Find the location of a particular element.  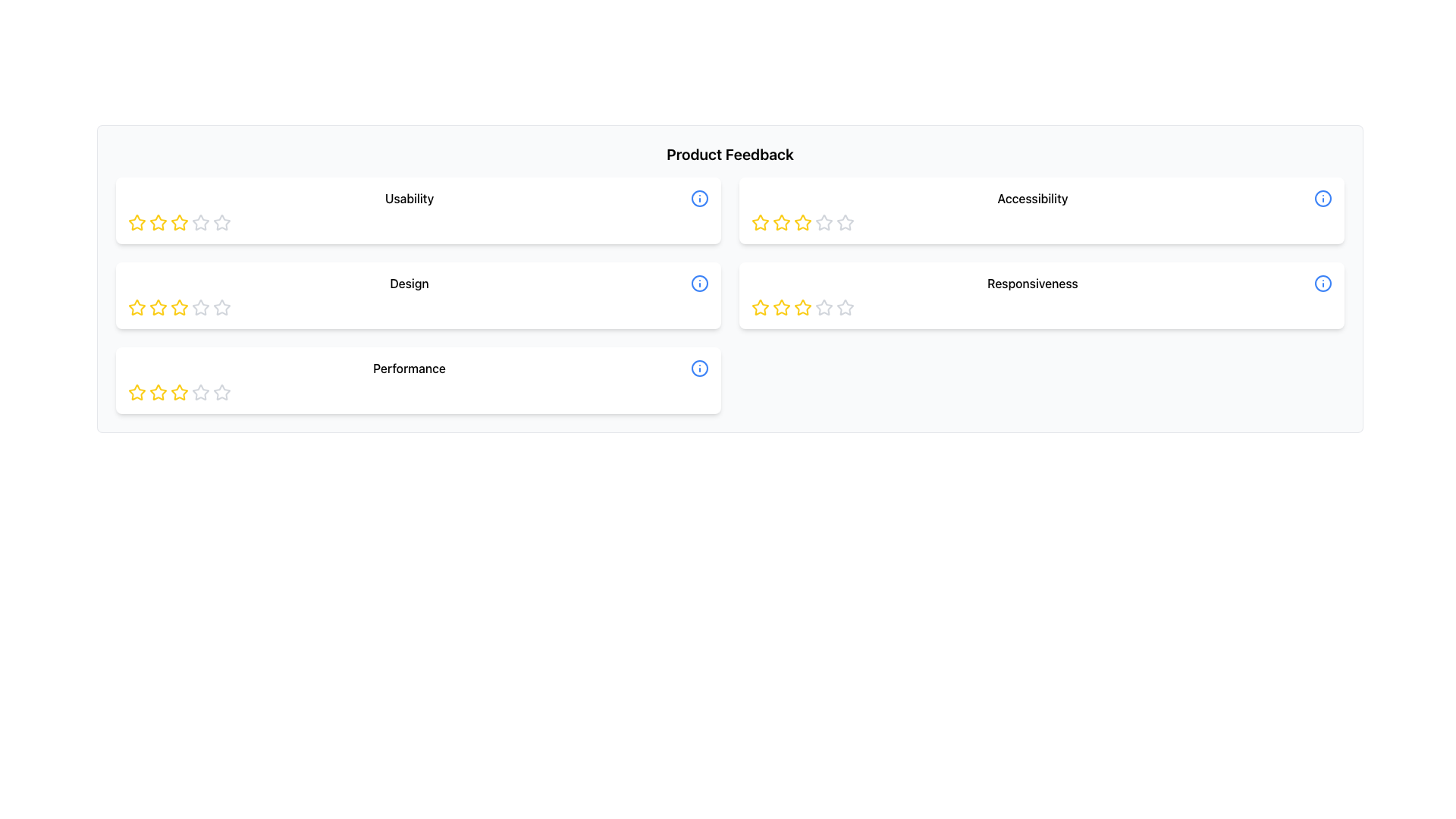

the circular indicator located to the right of the 'Design' feedback section is located at coordinates (698, 284).